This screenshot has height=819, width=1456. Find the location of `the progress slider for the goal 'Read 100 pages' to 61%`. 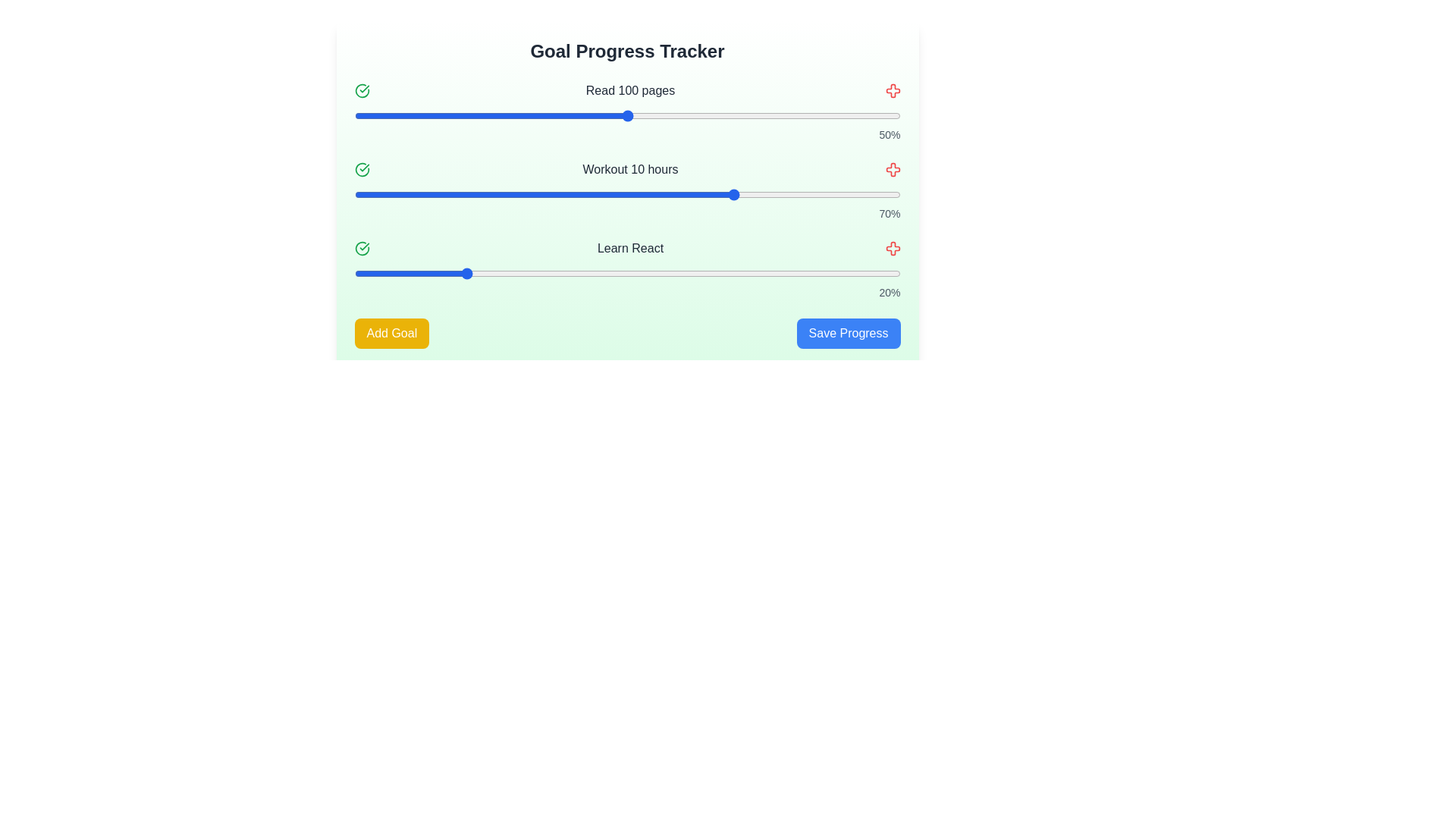

the progress slider for the goal 'Read 100 pages' to 61% is located at coordinates (686, 115).